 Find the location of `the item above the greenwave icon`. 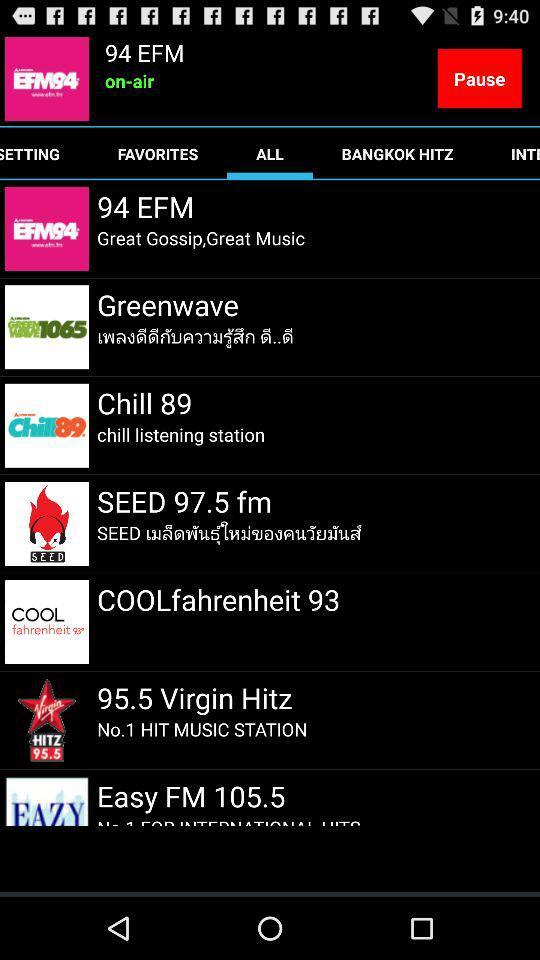

the item above the greenwave icon is located at coordinates (201, 238).